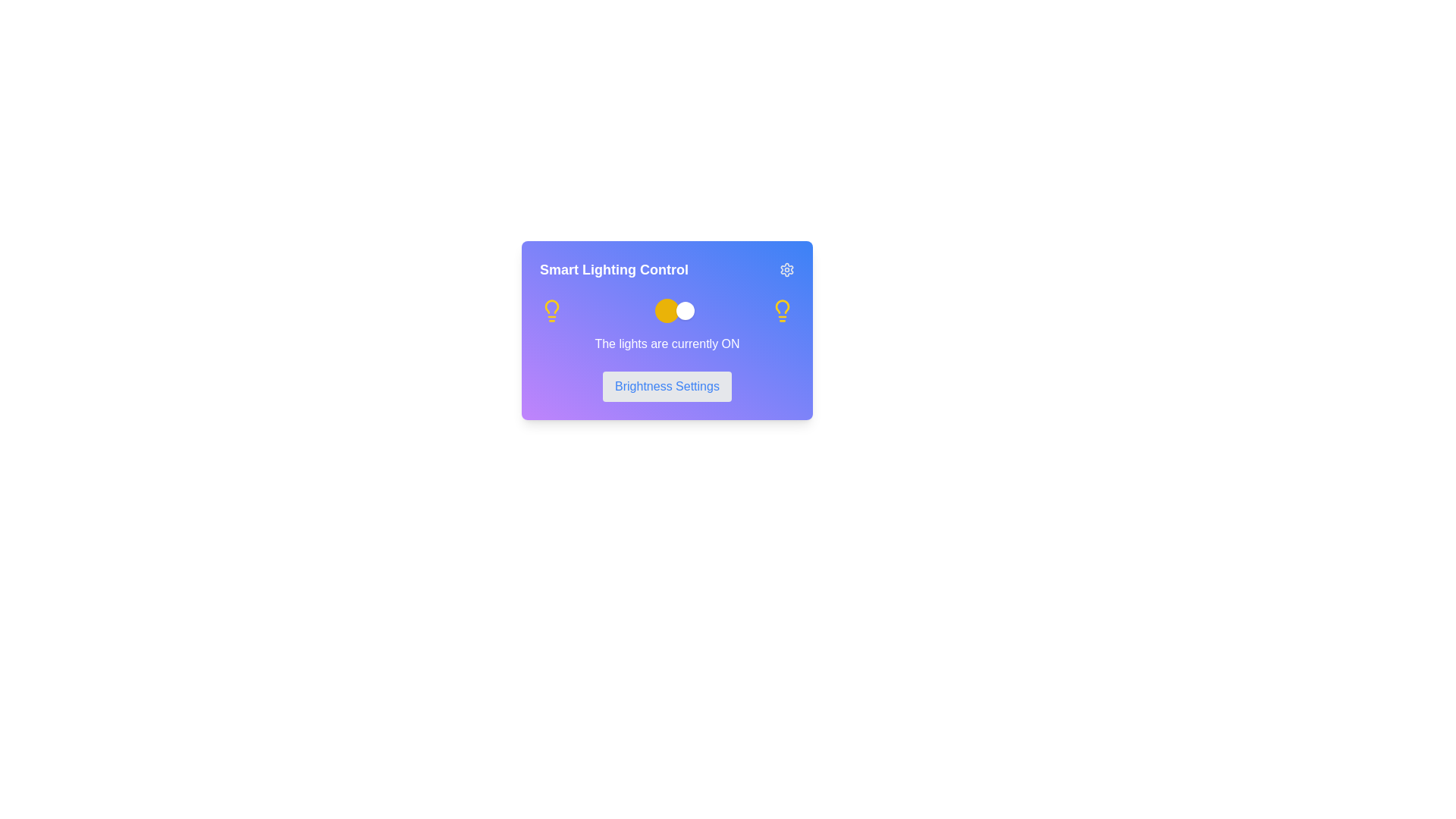 The height and width of the screenshot is (819, 1456). I want to click on the 'Brightness Settings' button located at the bottom of the 'Smart Lighting Control' card, so click(667, 385).